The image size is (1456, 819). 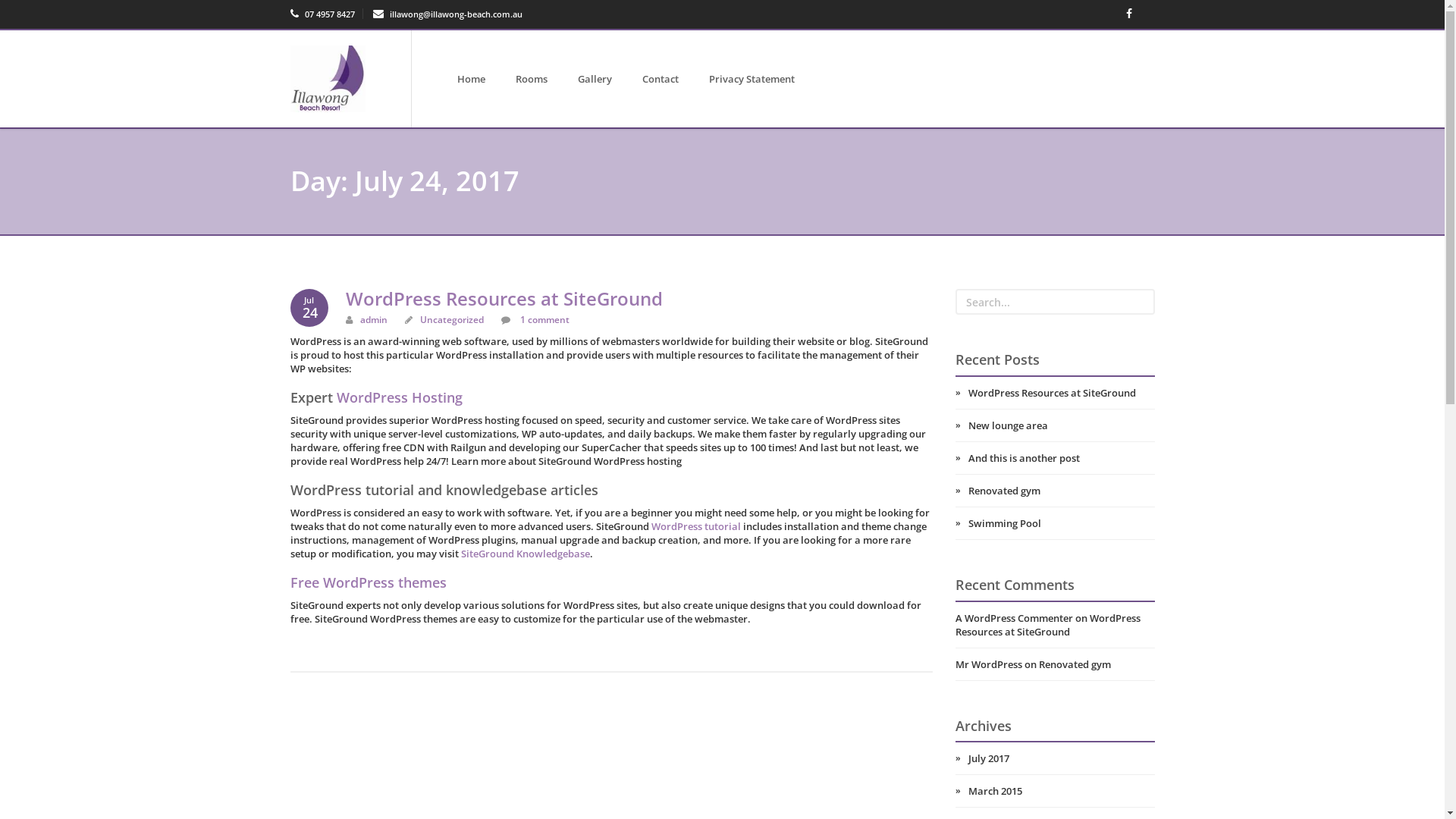 What do you see at coordinates (374, 318) in the screenshot?
I see `'admin'` at bounding box center [374, 318].